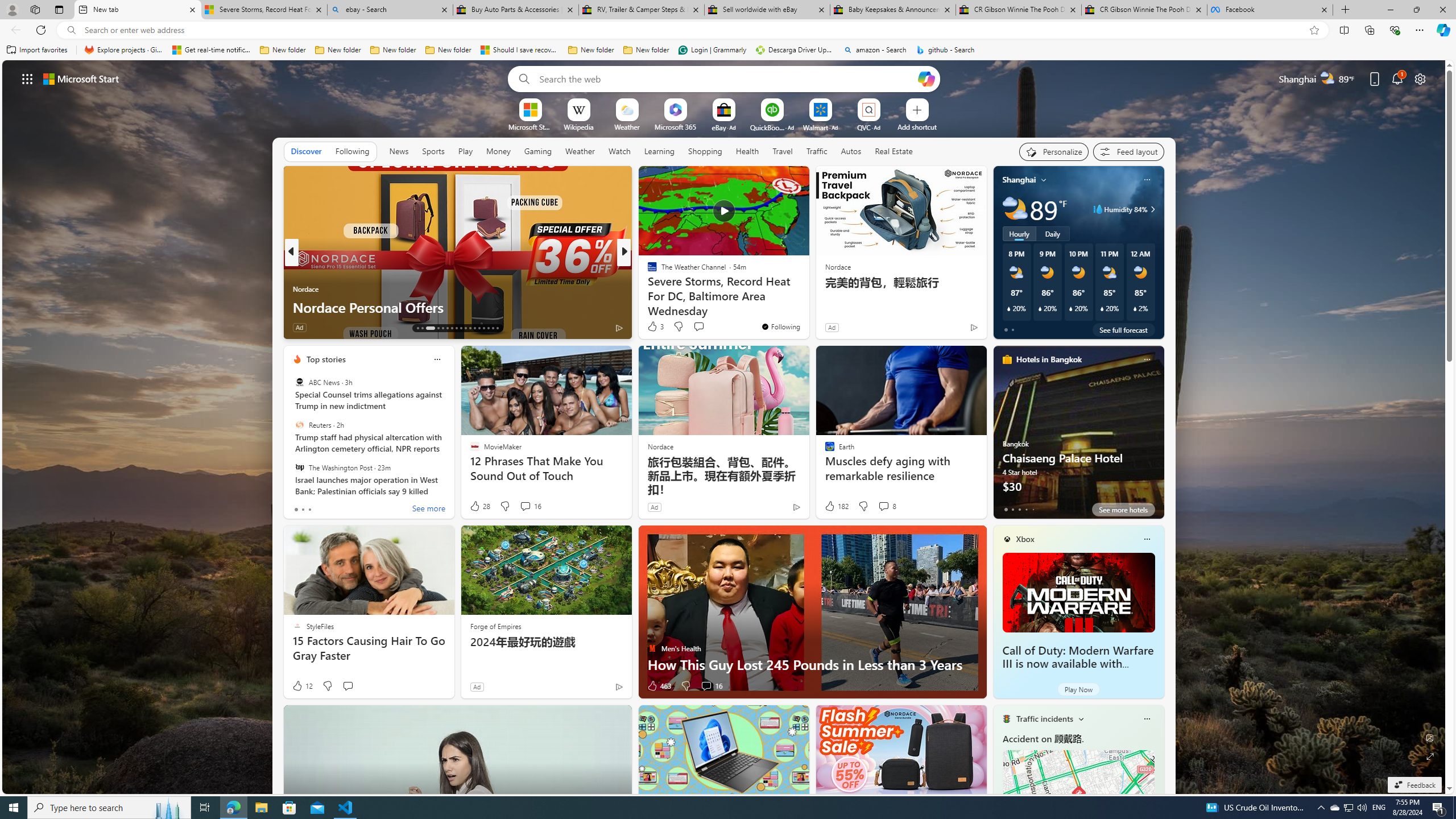  Describe the element at coordinates (655, 327) in the screenshot. I see `'353 Like'` at that location.